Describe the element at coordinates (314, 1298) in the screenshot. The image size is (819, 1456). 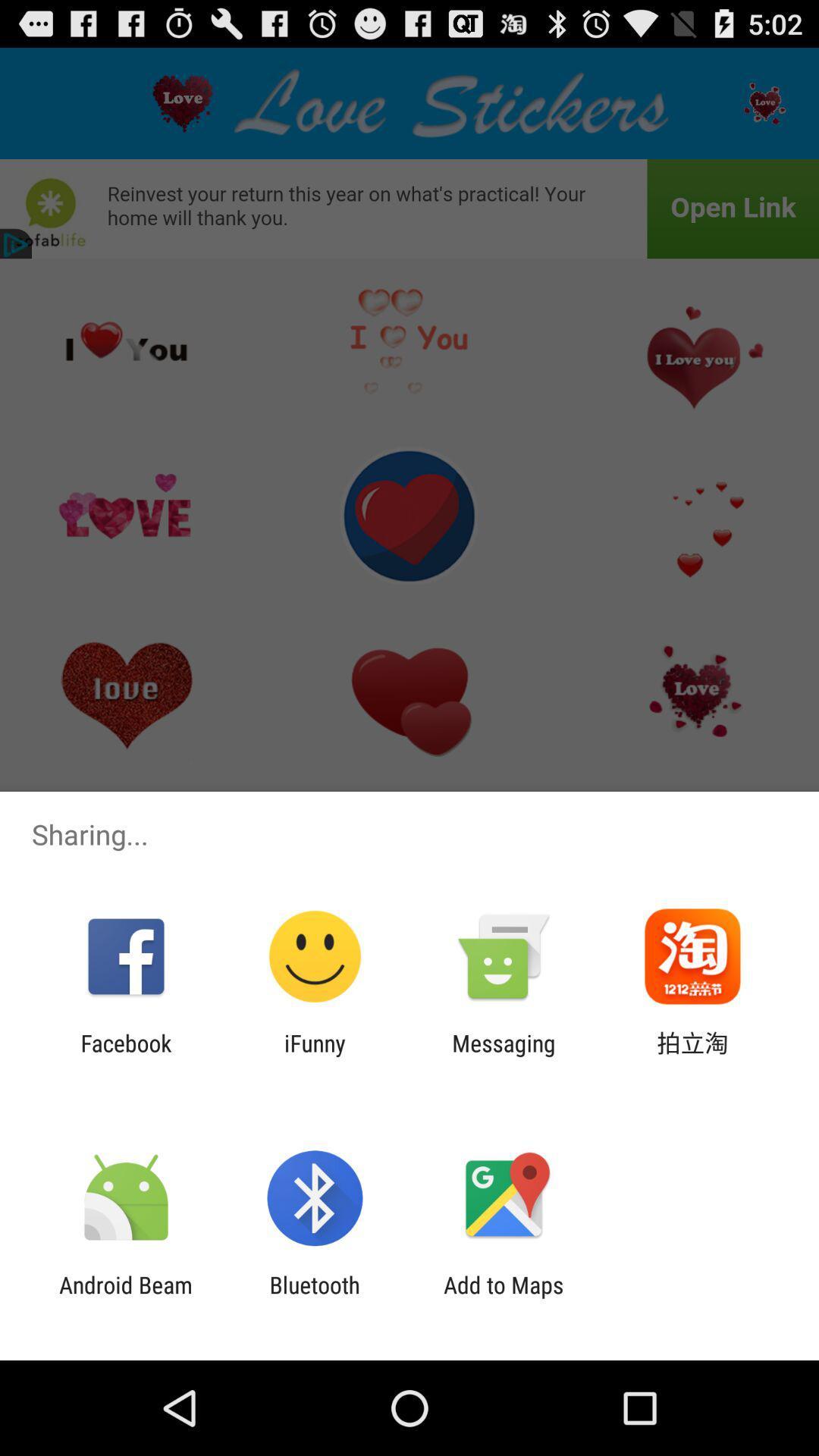
I see `the app next to the add to maps app` at that location.